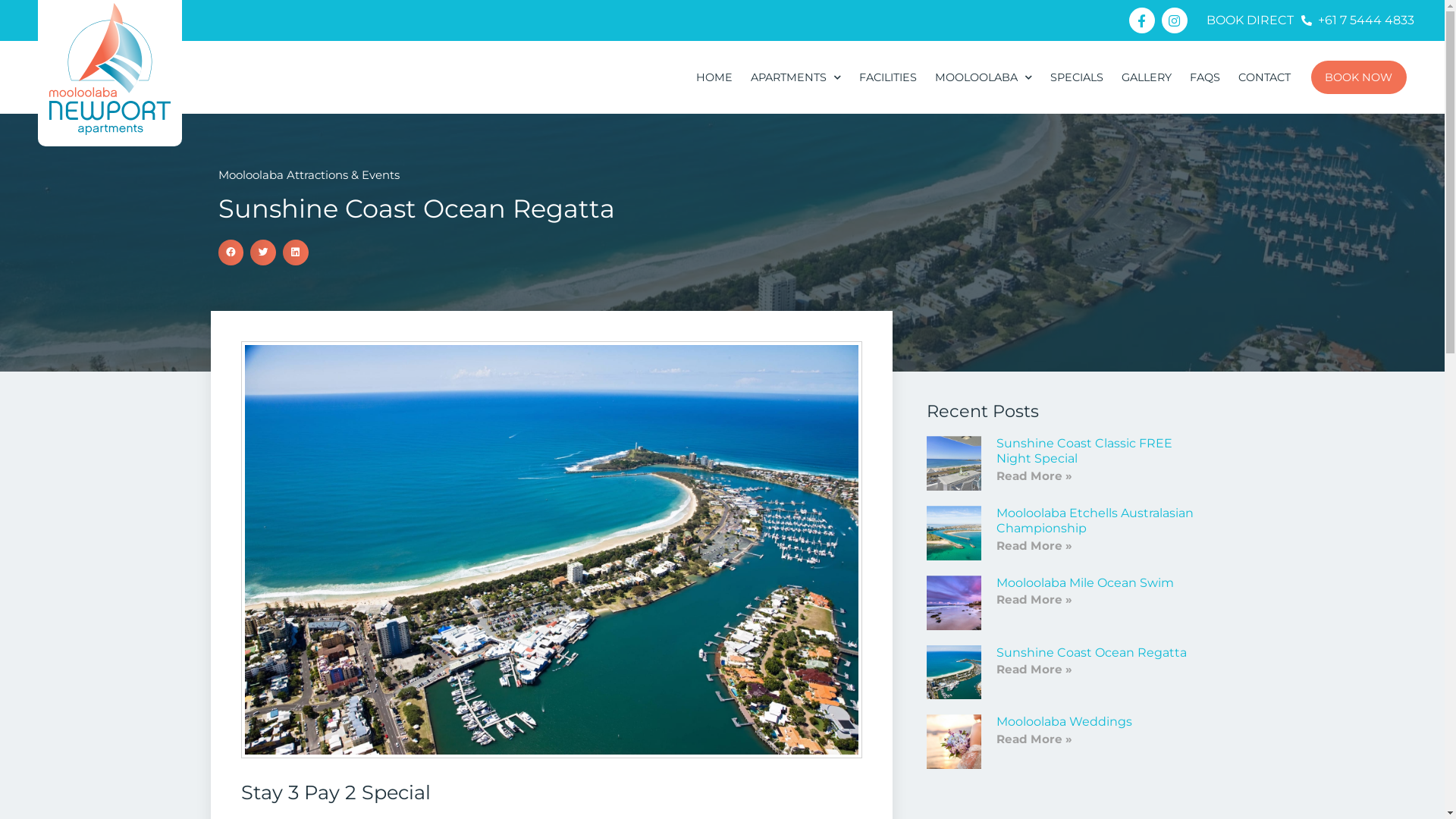 The image size is (1456, 819). I want to click on 'Mooloolaba Etchells Australasian Championship', so click(1095, 519).